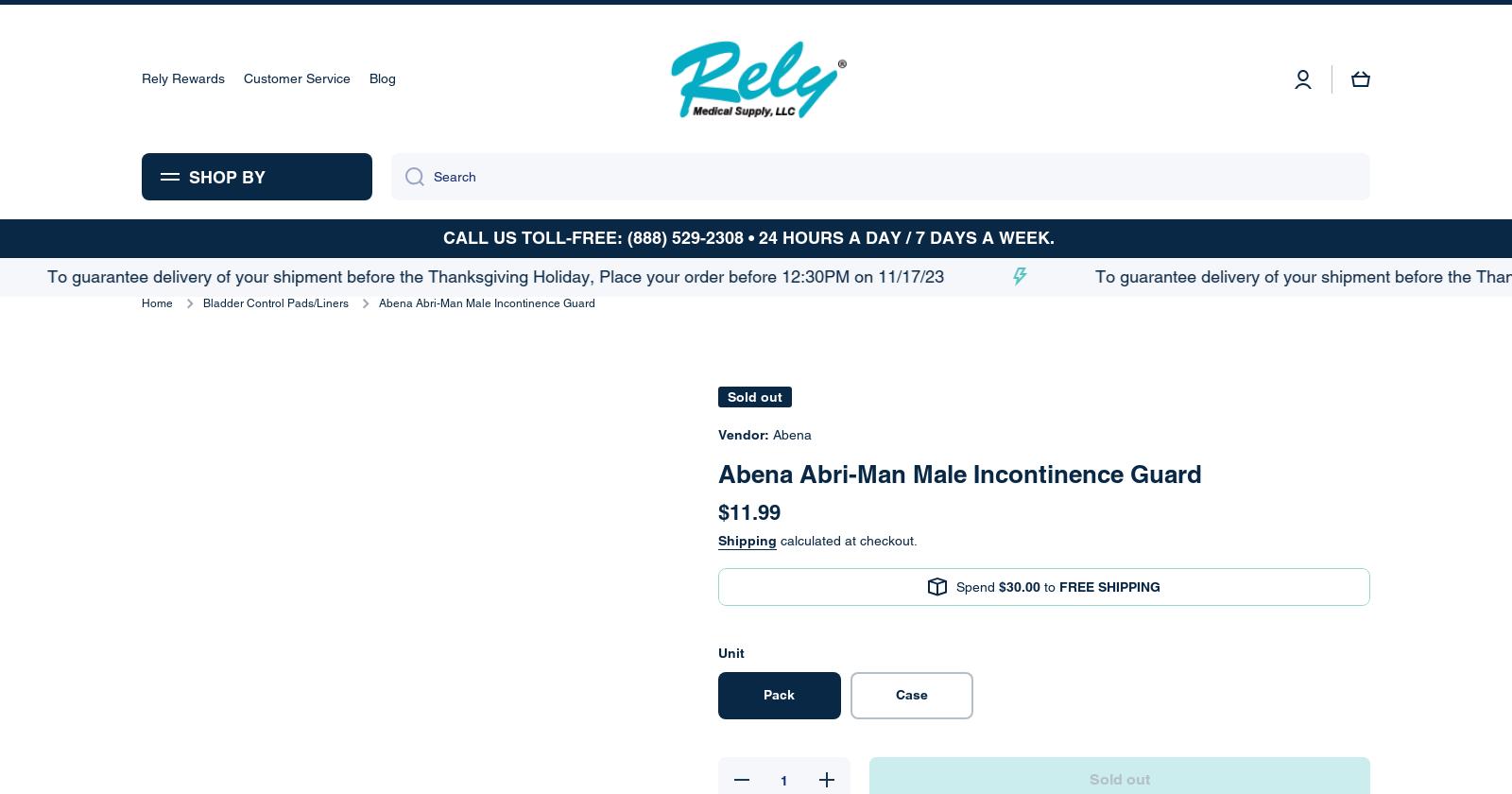 The height and width of the screenshot is (794, 1512). What do you see at coordinates (310, 27) in the screenshot?
I see `'Abena Abri-Man Male Incontinence Guard'` at bounding box center [310, 27].